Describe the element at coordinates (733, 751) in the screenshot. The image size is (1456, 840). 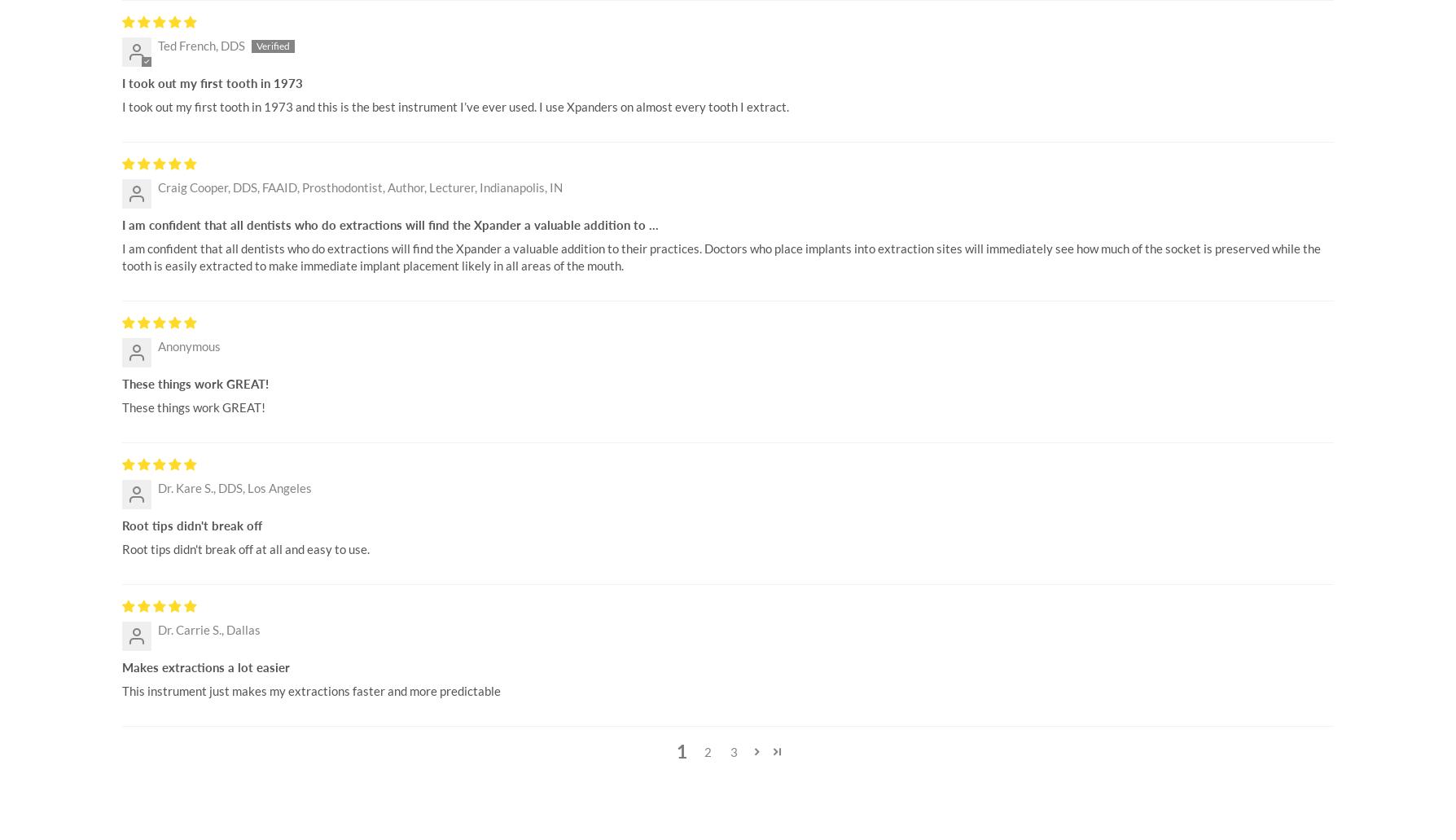
I see `'3'` at that location.